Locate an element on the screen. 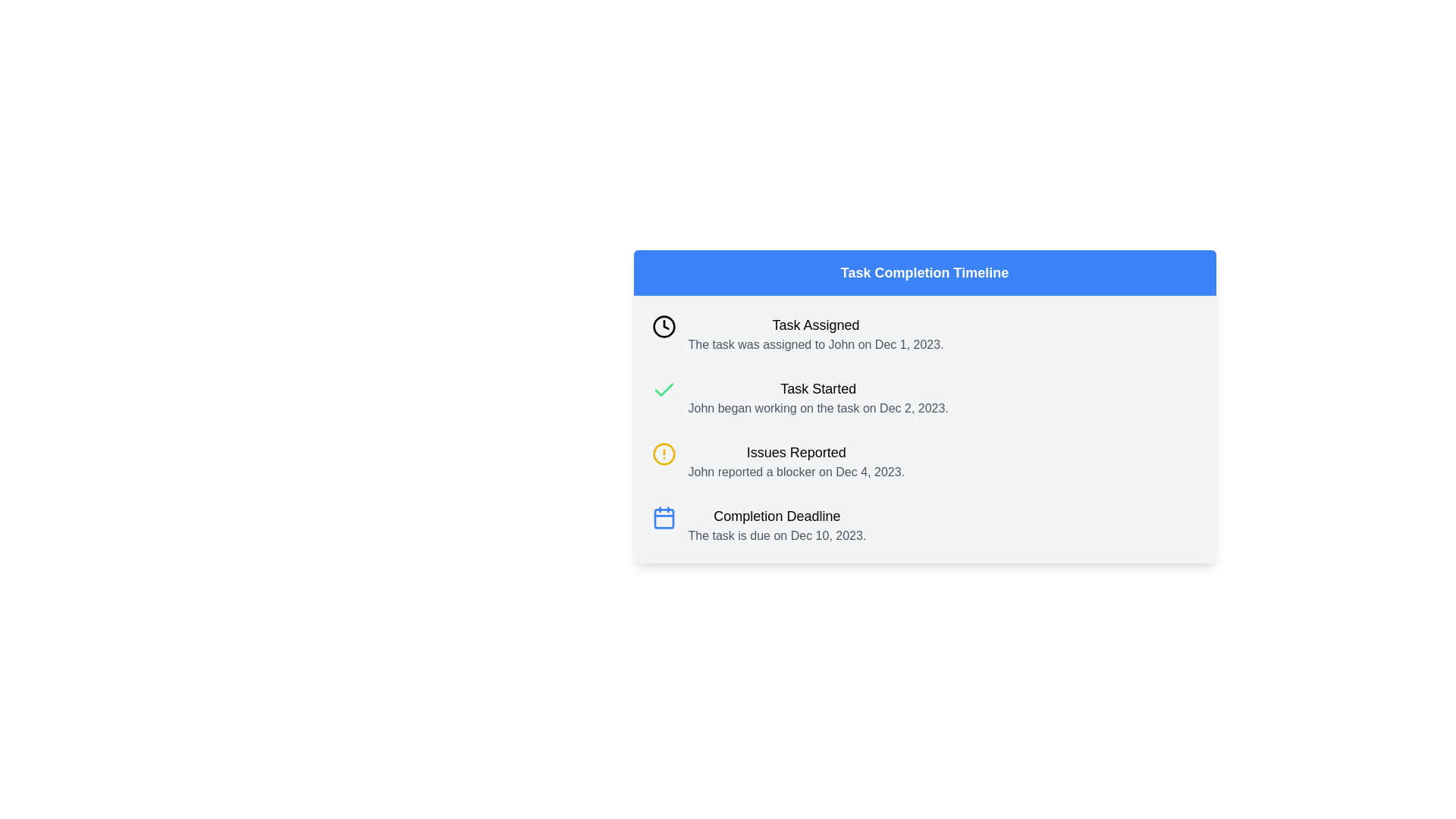 The height and width of the screenshot is (819, 1456). the third informative list item displaying information about an issue reported by John on December 4, 2023, within the 'Task Completion Timeline' section is located at coordinates (924, 461).